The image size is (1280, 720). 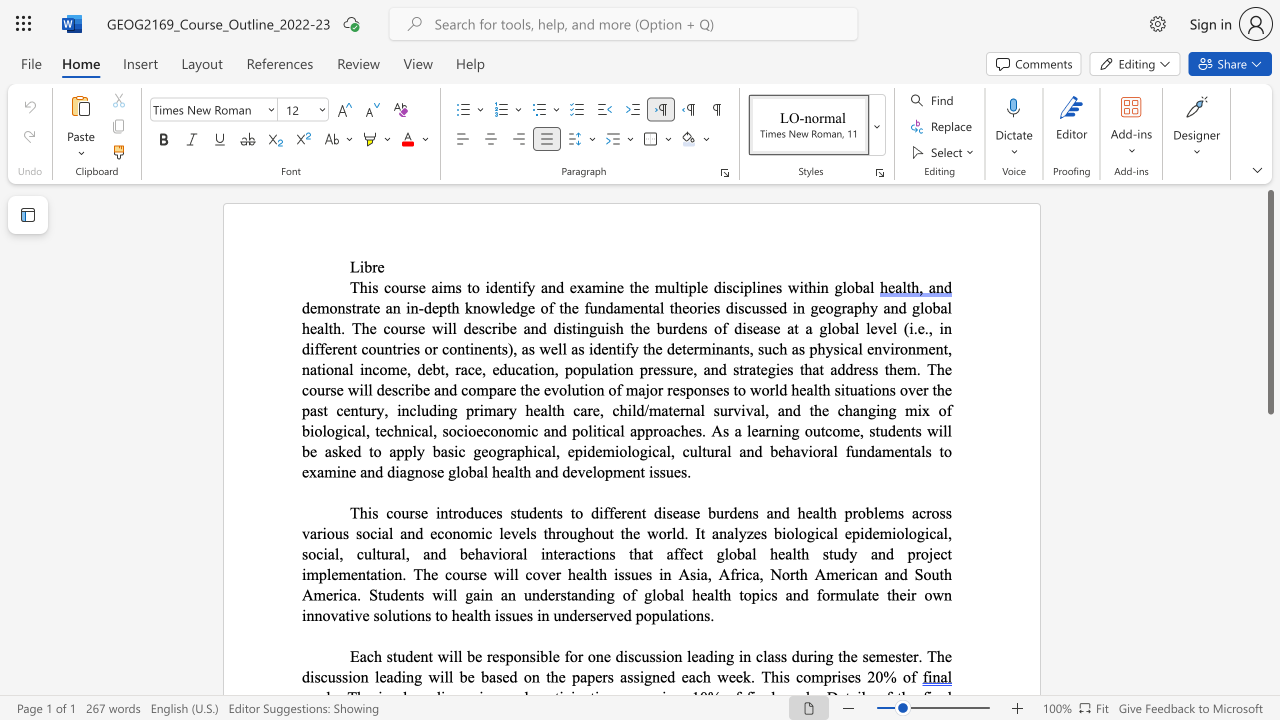 What do you see at coordinates (1269, 670) in the screenshot?
I see `the right-hand scrollbar to descend the page` at bounding box center [1269, 670].